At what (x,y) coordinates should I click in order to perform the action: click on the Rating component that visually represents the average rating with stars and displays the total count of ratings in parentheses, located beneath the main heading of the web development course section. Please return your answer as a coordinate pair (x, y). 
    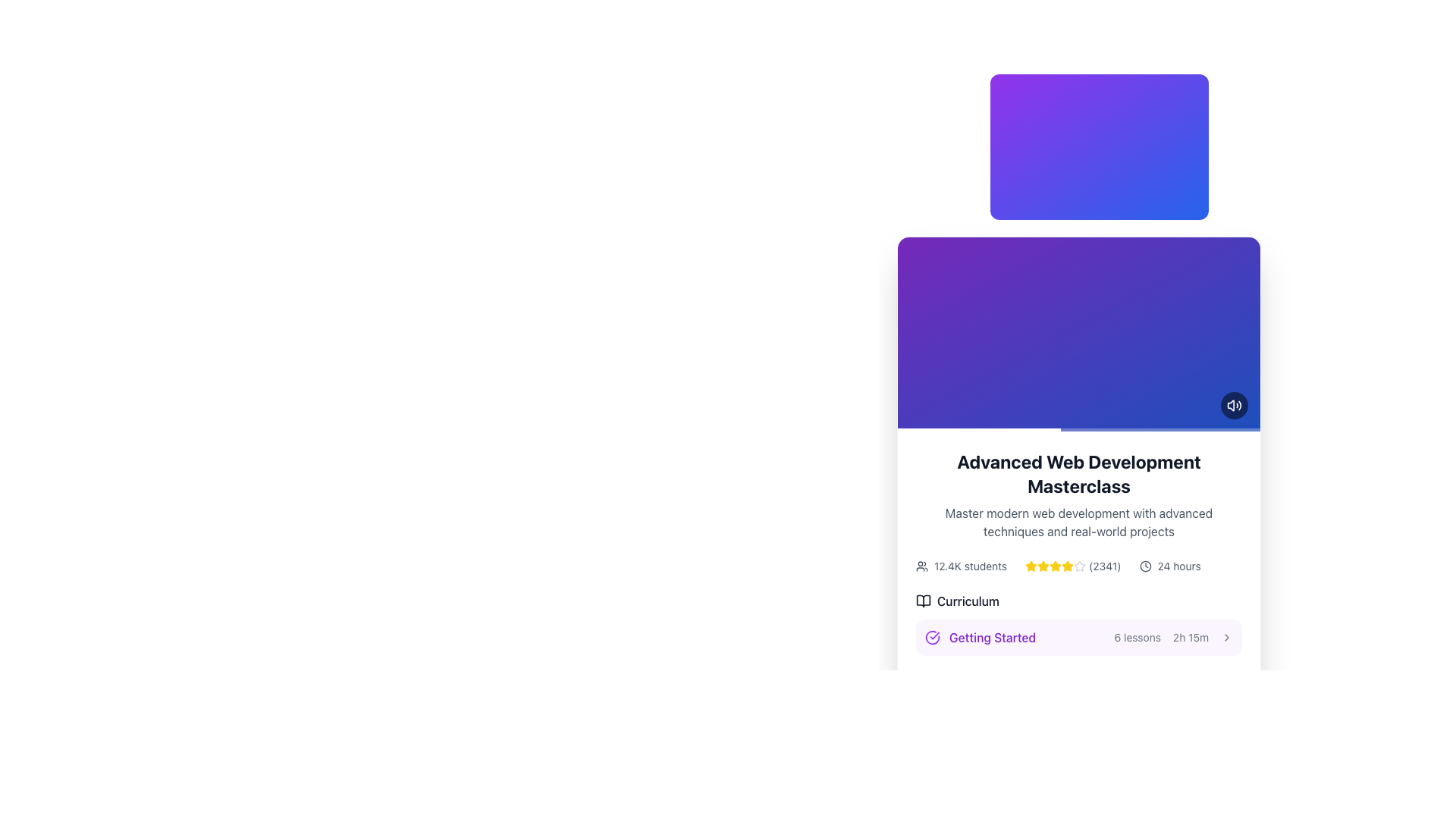
    Looking at the image, I should click on (1072, 566).